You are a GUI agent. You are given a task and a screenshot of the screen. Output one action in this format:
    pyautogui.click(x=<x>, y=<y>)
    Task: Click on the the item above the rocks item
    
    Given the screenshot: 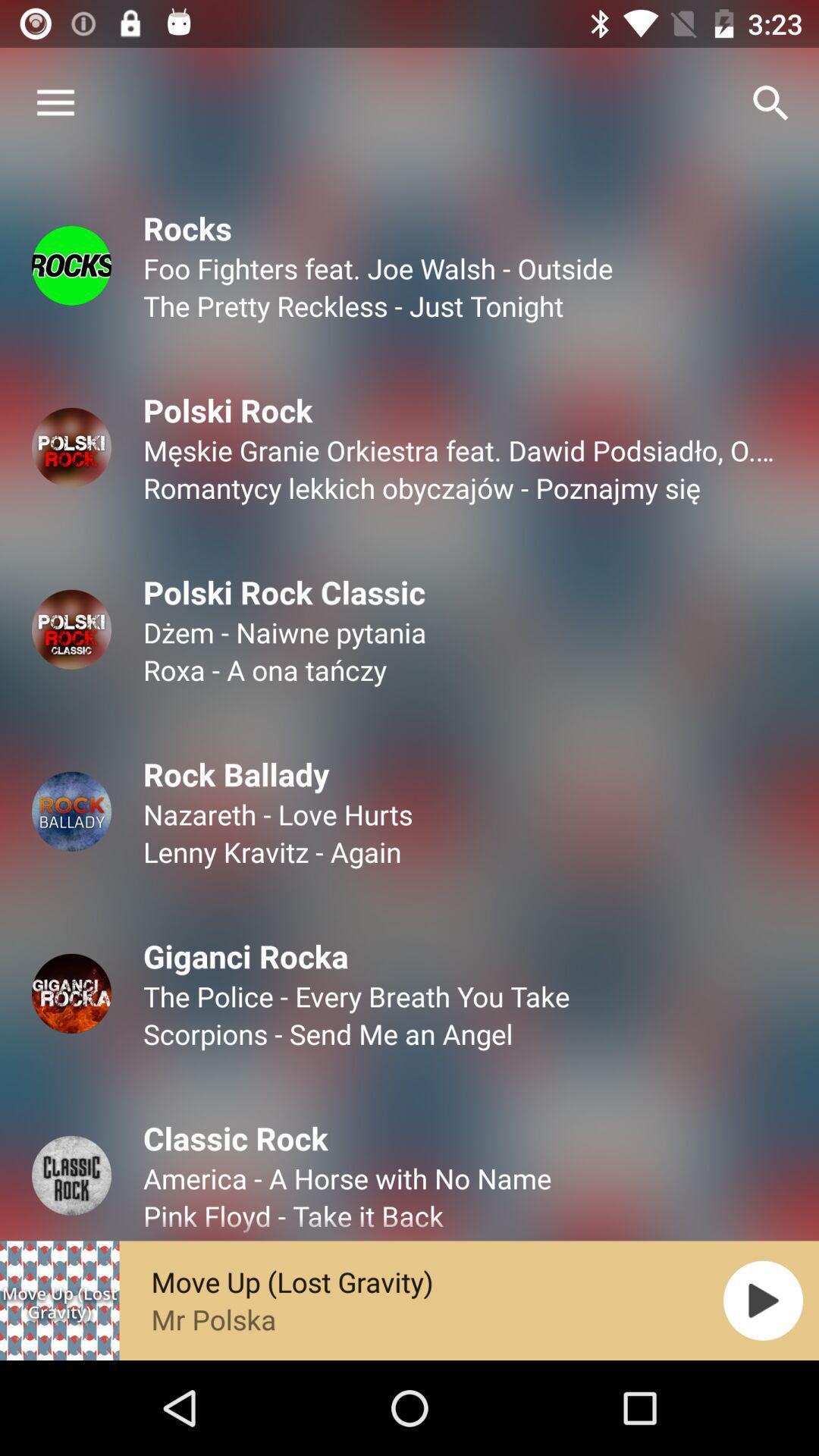 What is the action you would take?
    pyautogui.click(x=55, y=102)
    